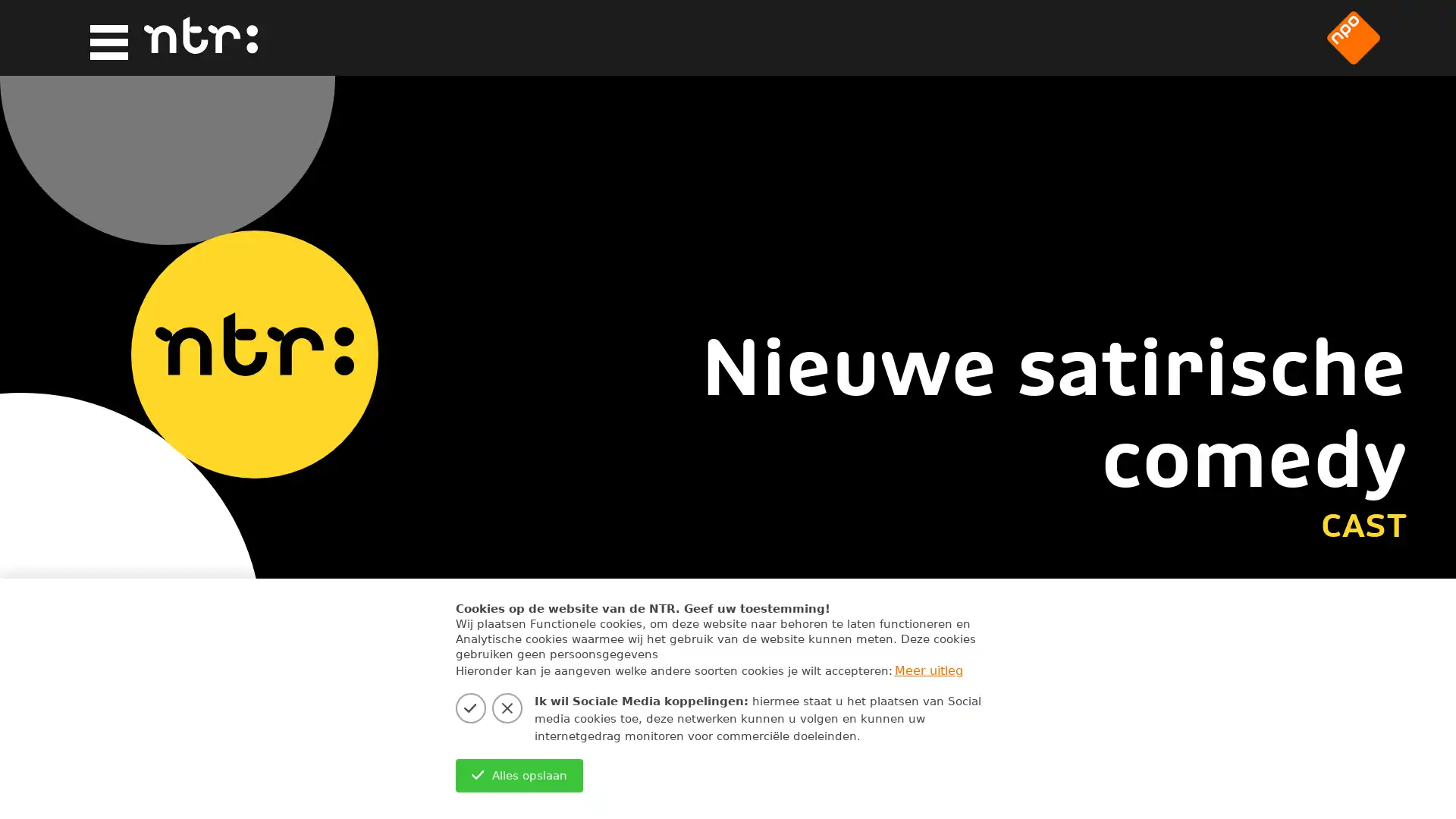 The width and height of the screenshot is (1456, 819). What do you see at coordinates (103, 38) in the screenshot?
I see `Hoofdmenu` at bounding box center [103, 38].